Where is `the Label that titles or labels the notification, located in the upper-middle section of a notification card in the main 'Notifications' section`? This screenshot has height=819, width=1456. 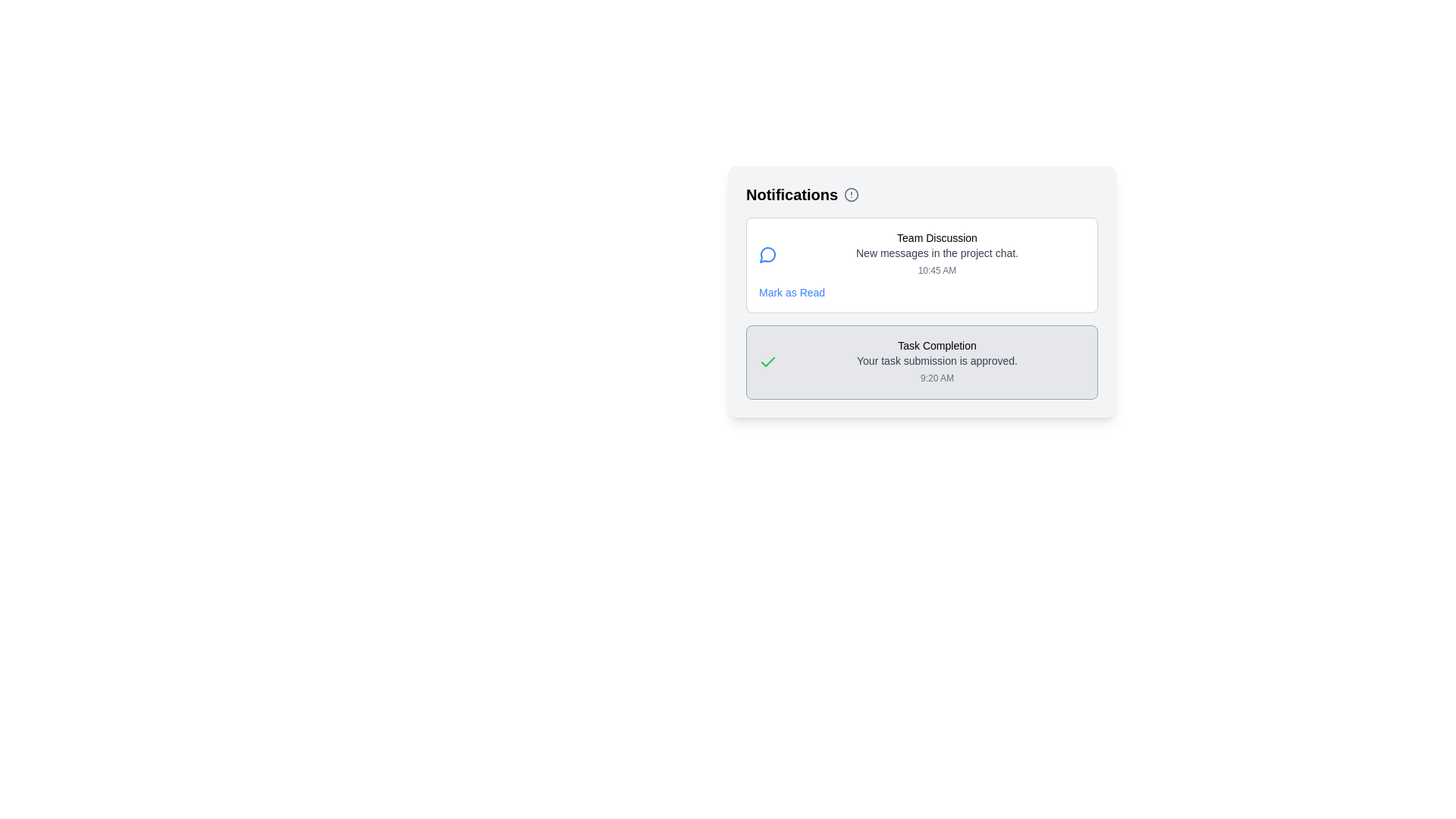
the Label that titles or labels the notification, located in the upper-middle section of a notification card in the main 'Notifications' section is located at coordinates (937, 237).